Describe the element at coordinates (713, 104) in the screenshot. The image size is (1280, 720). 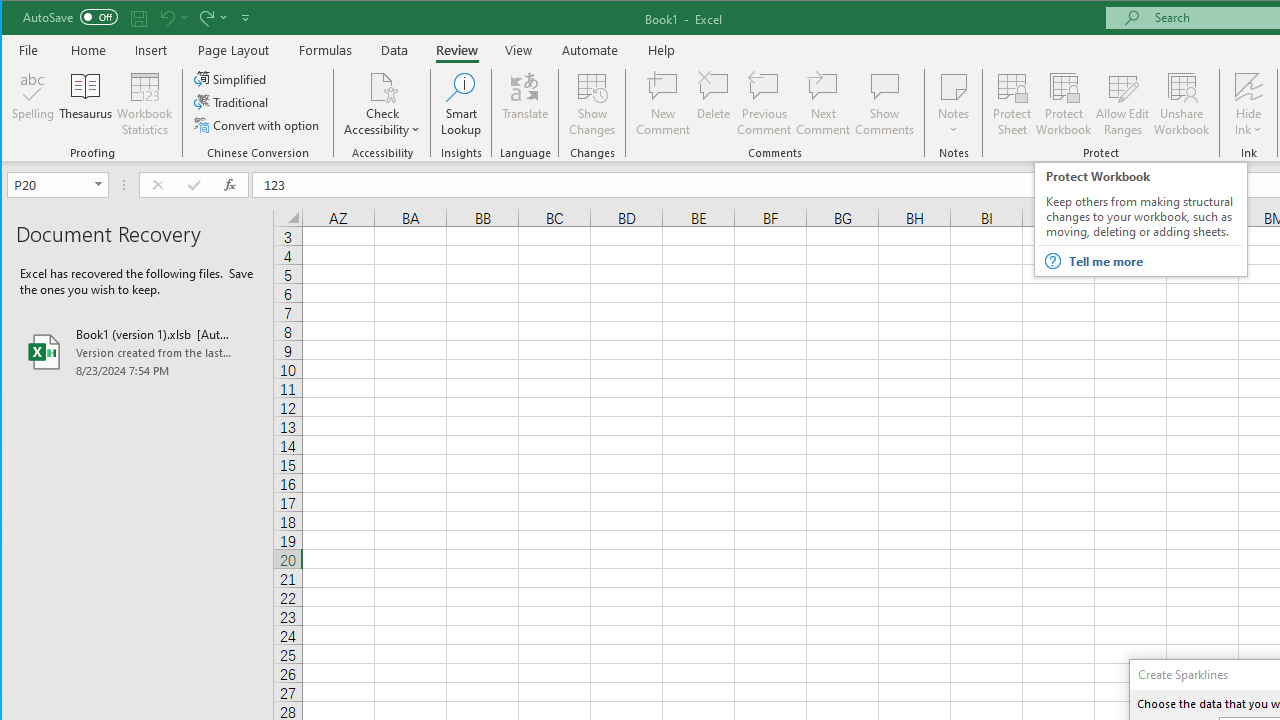
I see `'Delete'` at that location.